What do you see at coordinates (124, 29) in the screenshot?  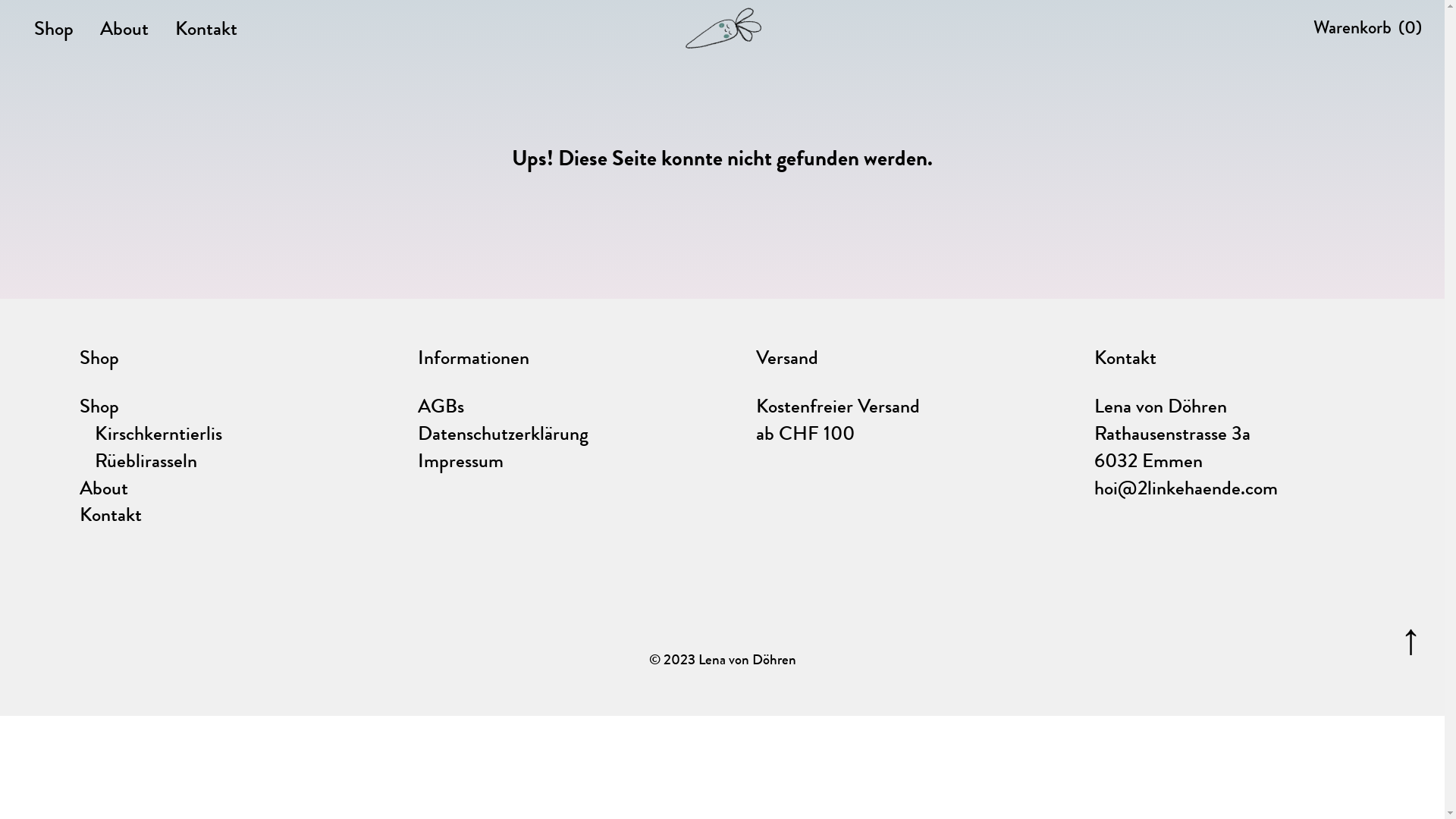 I see `'About'` at bounding box center [124, 29].